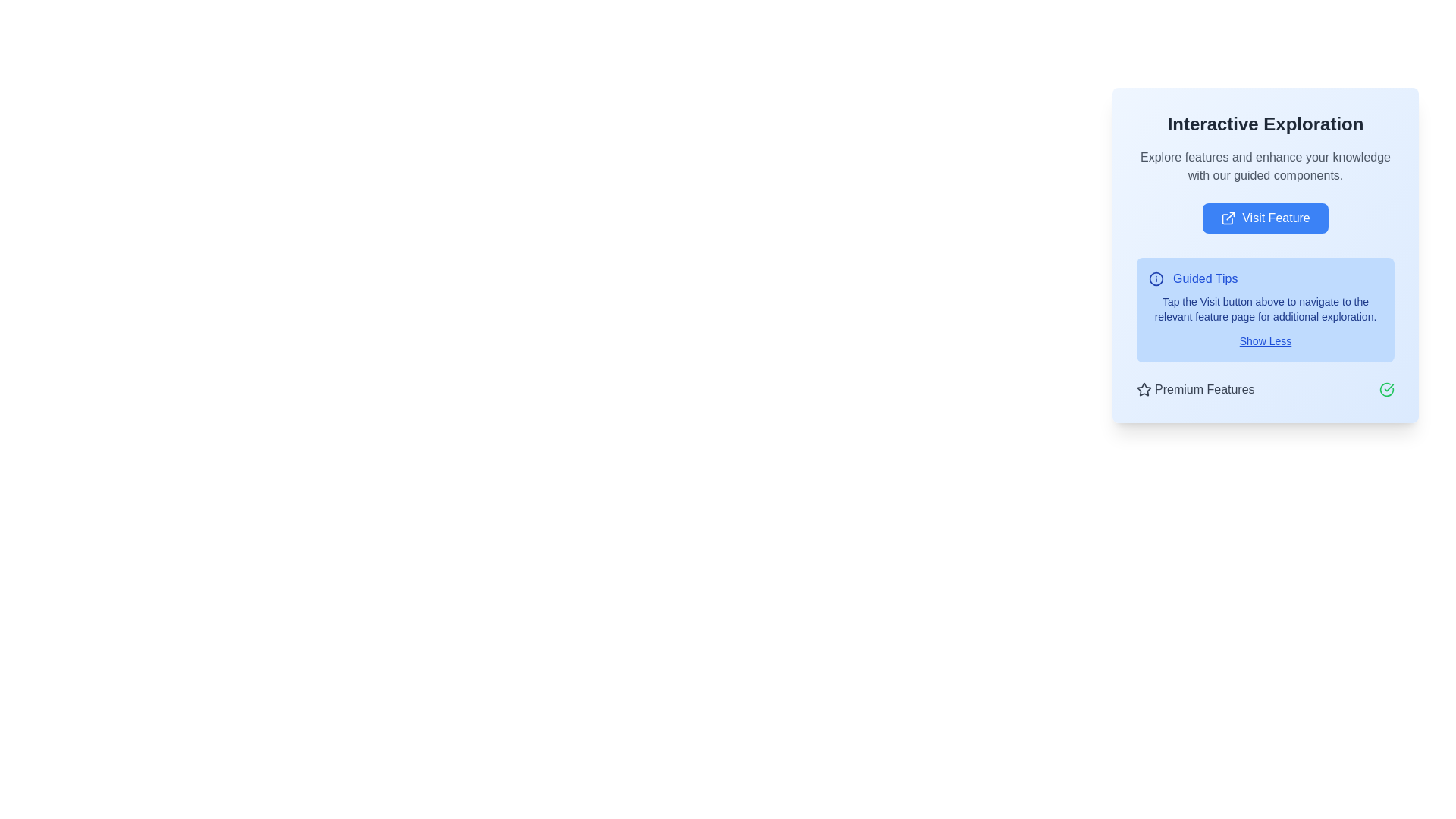 This screenshot has width=1456, height=819. I want to click on the interactive hyperlink located at the bottom of the 'Guided Tips' section, so click(1266, 341).